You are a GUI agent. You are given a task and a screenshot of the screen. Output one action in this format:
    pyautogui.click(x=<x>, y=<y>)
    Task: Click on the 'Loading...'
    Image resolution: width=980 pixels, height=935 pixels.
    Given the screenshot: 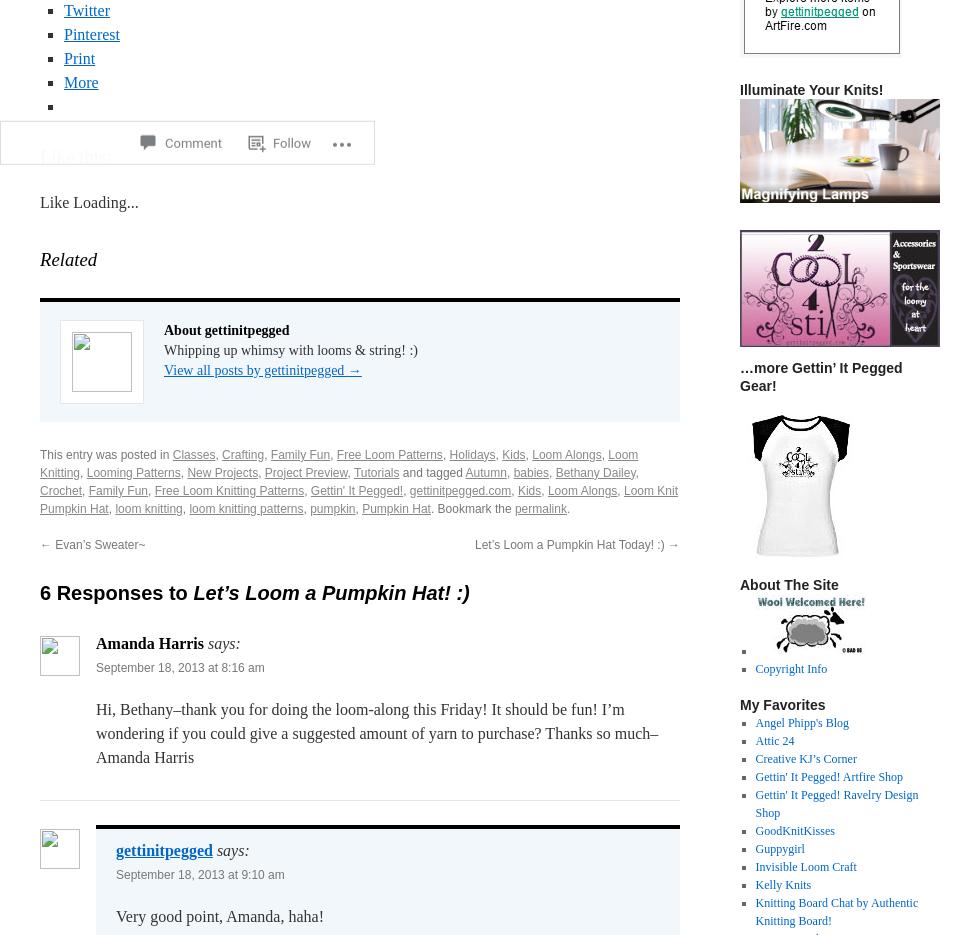 What is the action you would take?
    pyautogui.click(x=73, y=200)
    